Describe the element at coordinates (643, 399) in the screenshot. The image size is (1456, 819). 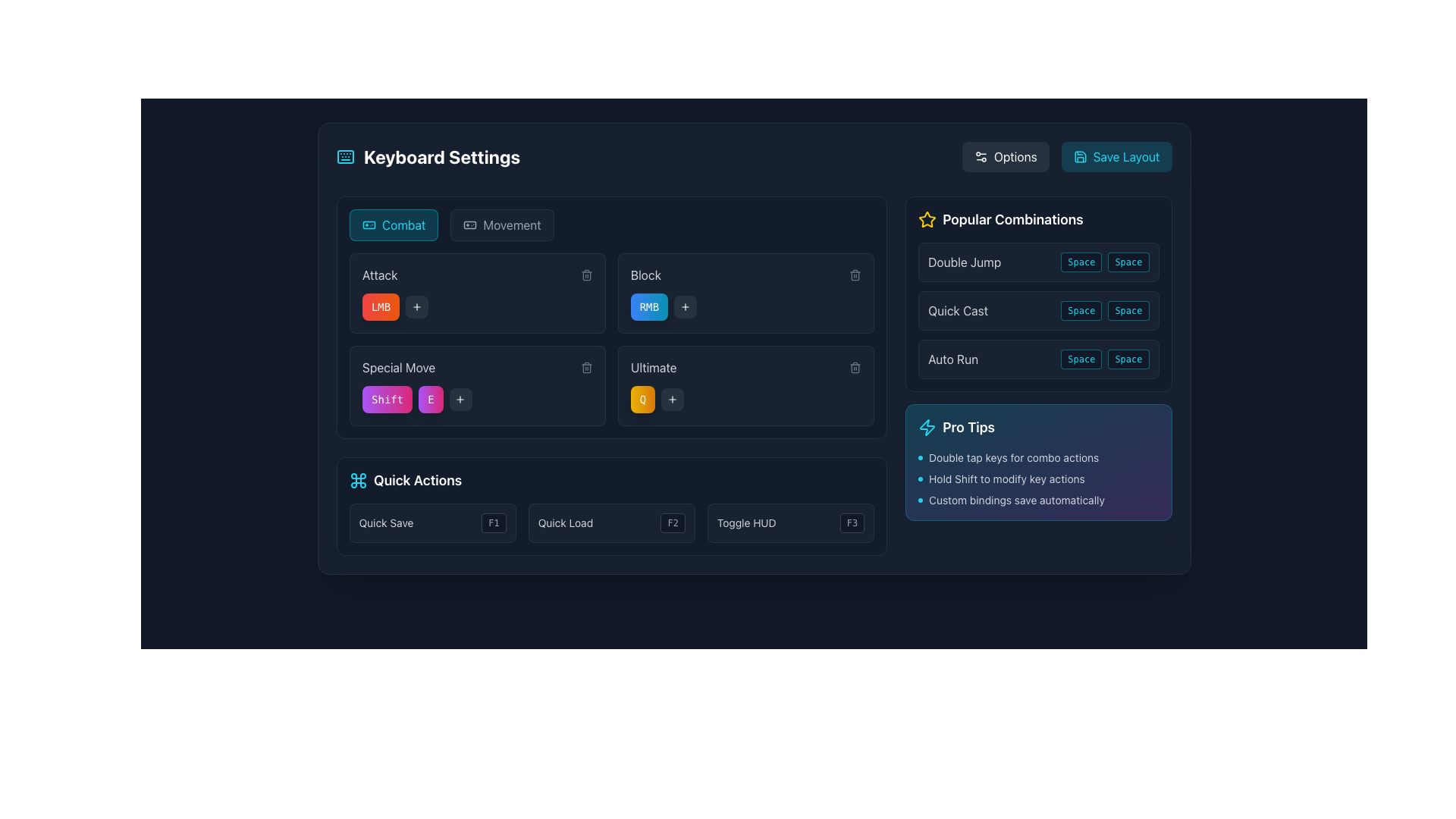
I see `the 'Q' button in the 'Ultimate' section of the 'Combat' tab, which is located to the left of the '+' symbol` at that location.